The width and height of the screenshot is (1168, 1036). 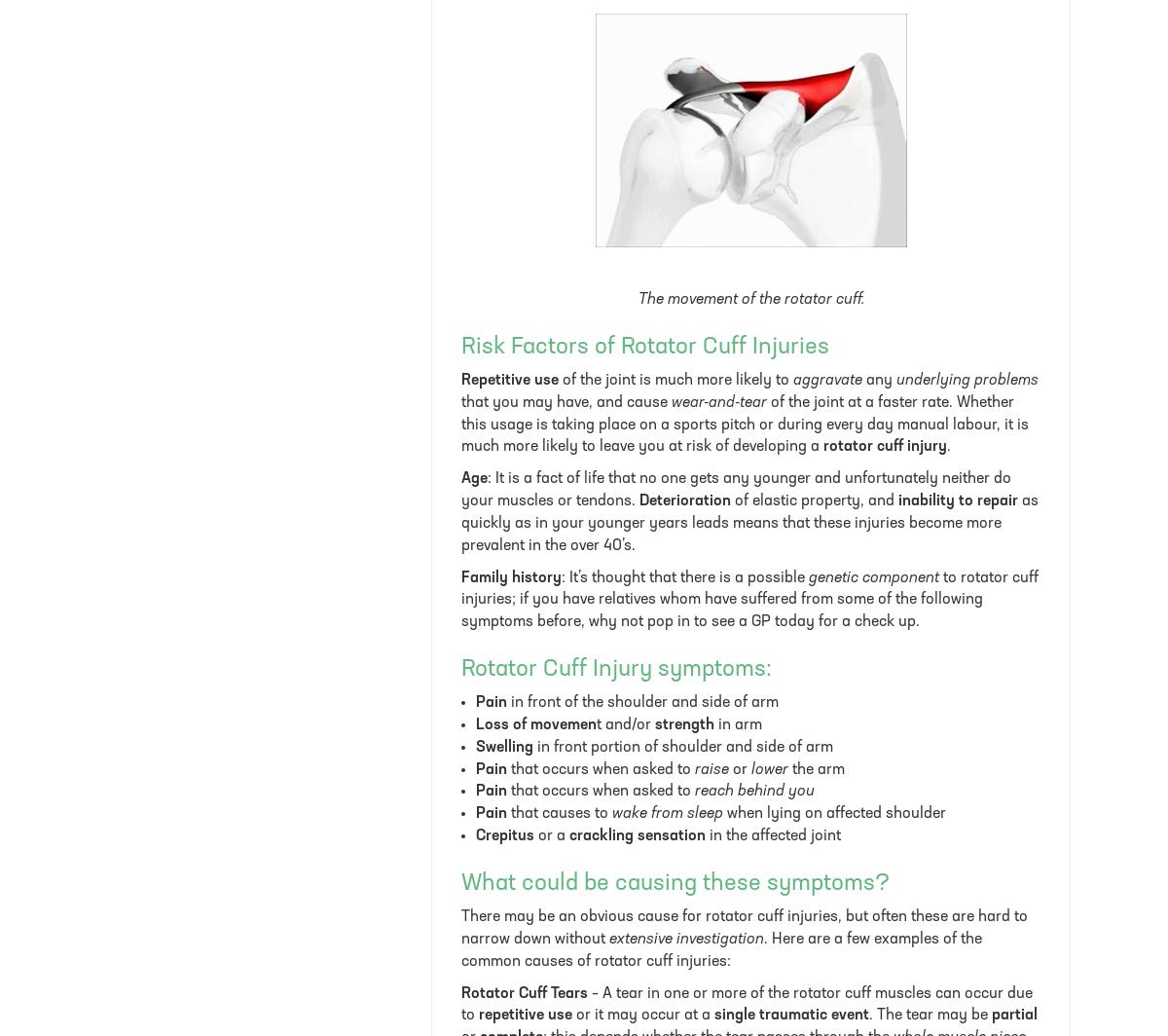 I want to click on 'strength', so click(x=684, y=723).